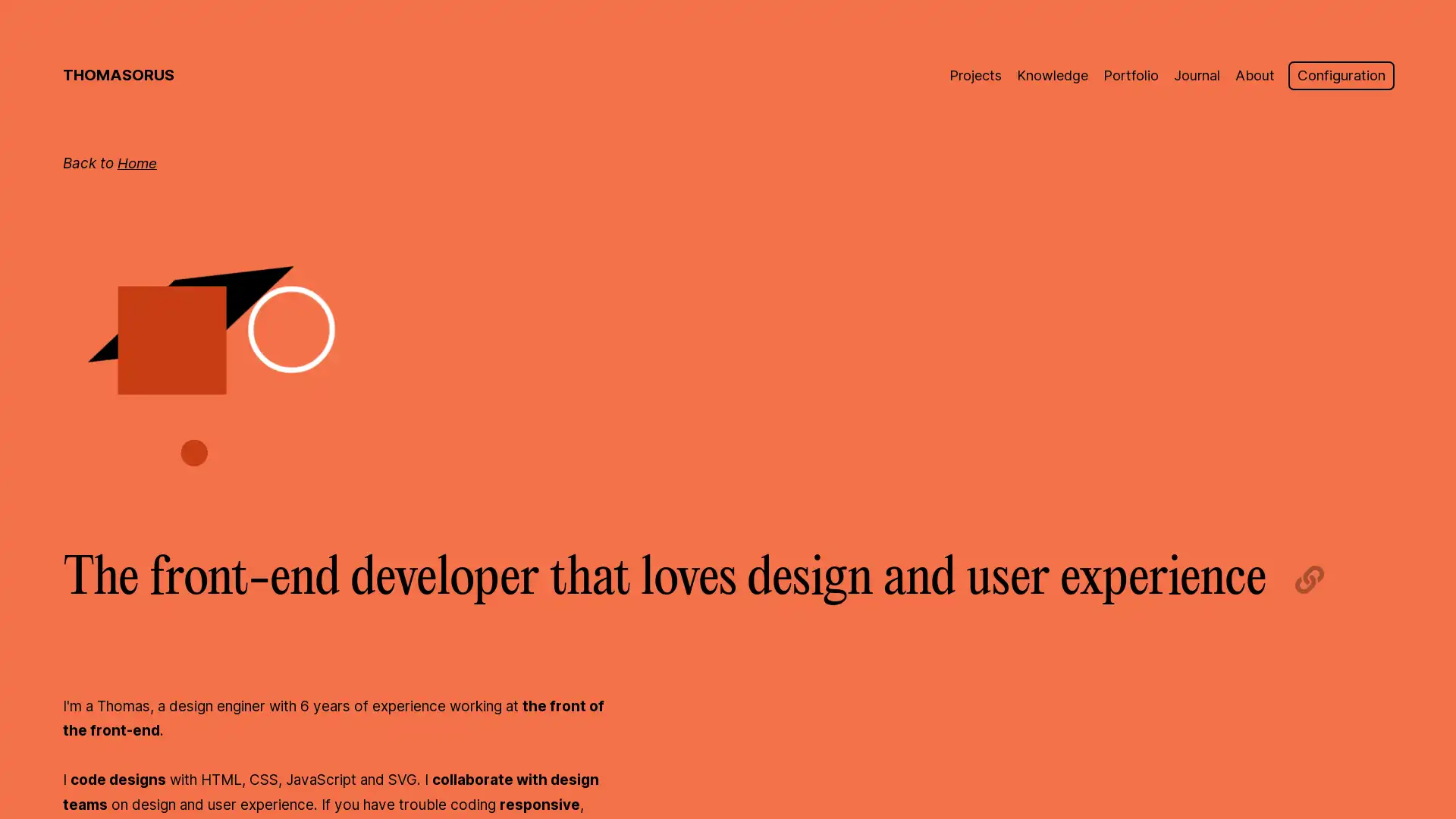 This screenshot has width=1456, height=819. Describe the element at coordinates (1340, 75) in the screenshot. I see `Configuration` at that location.